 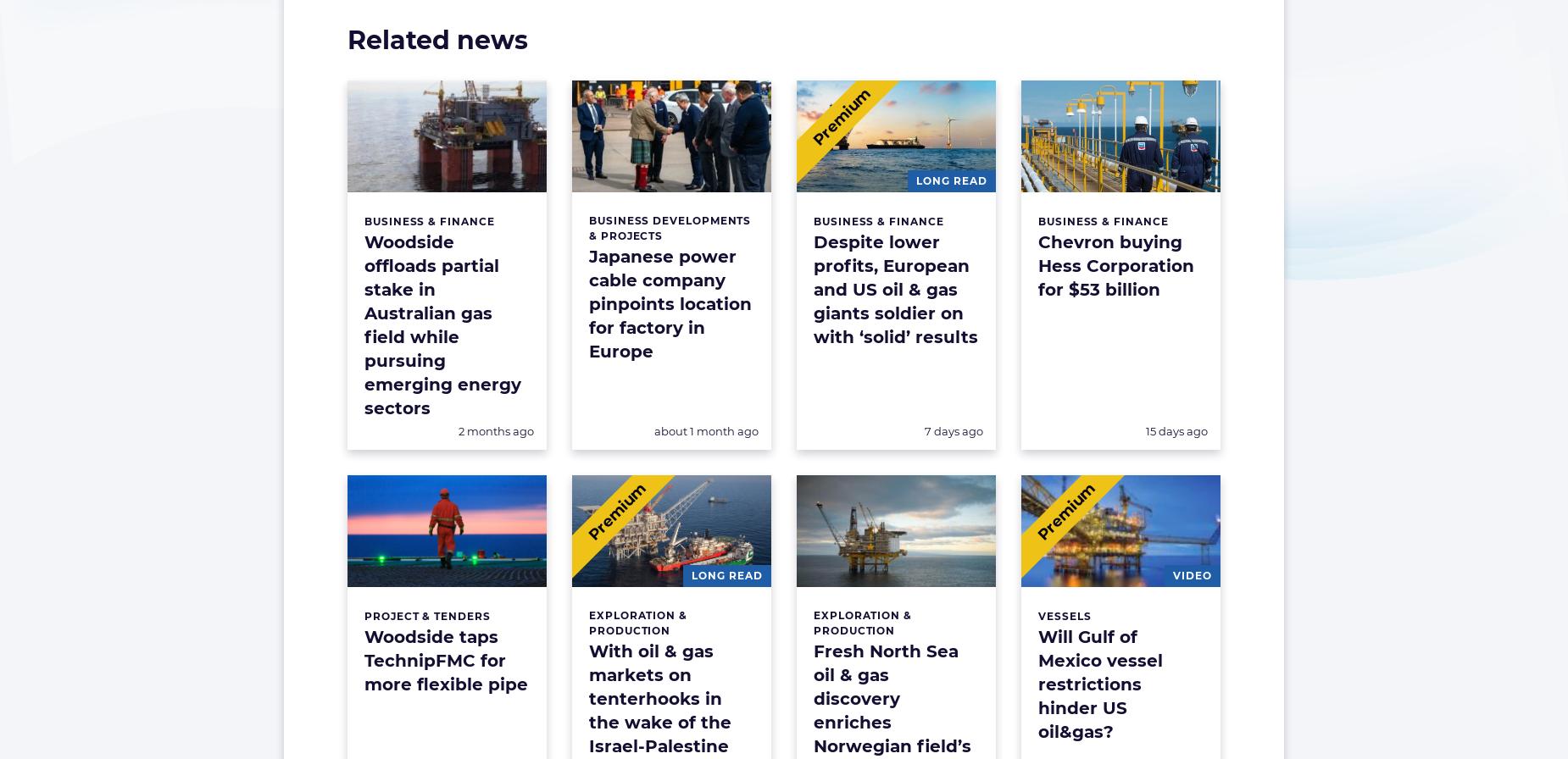 What do you see at coordinates (1176, 430) in the screenshot?
I see `'15 days ago'` at bounding box center [1176, 430].